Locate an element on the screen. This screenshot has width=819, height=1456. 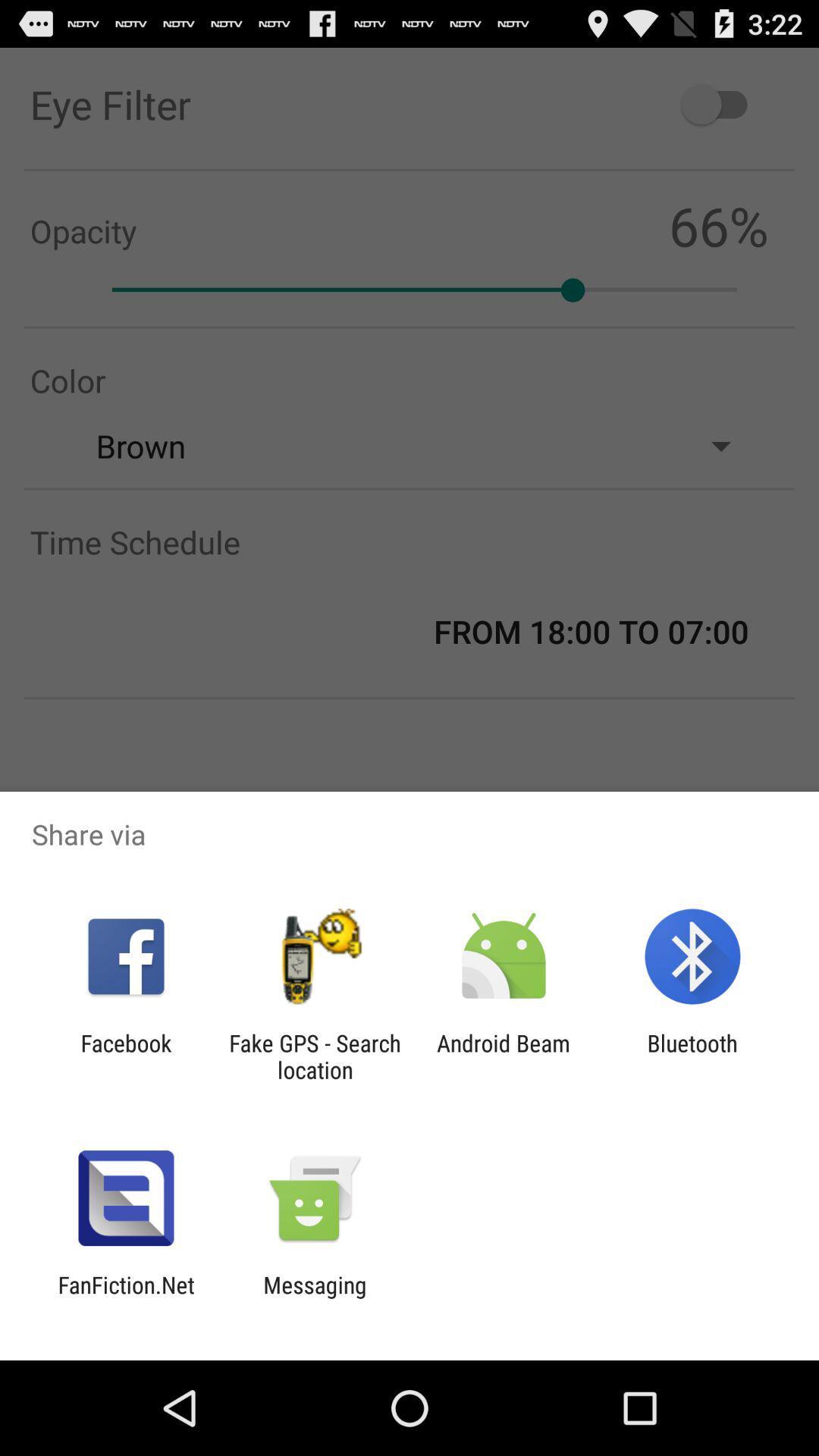
the item to the left of the fake gps search app is located at coordinates (125, 1056).